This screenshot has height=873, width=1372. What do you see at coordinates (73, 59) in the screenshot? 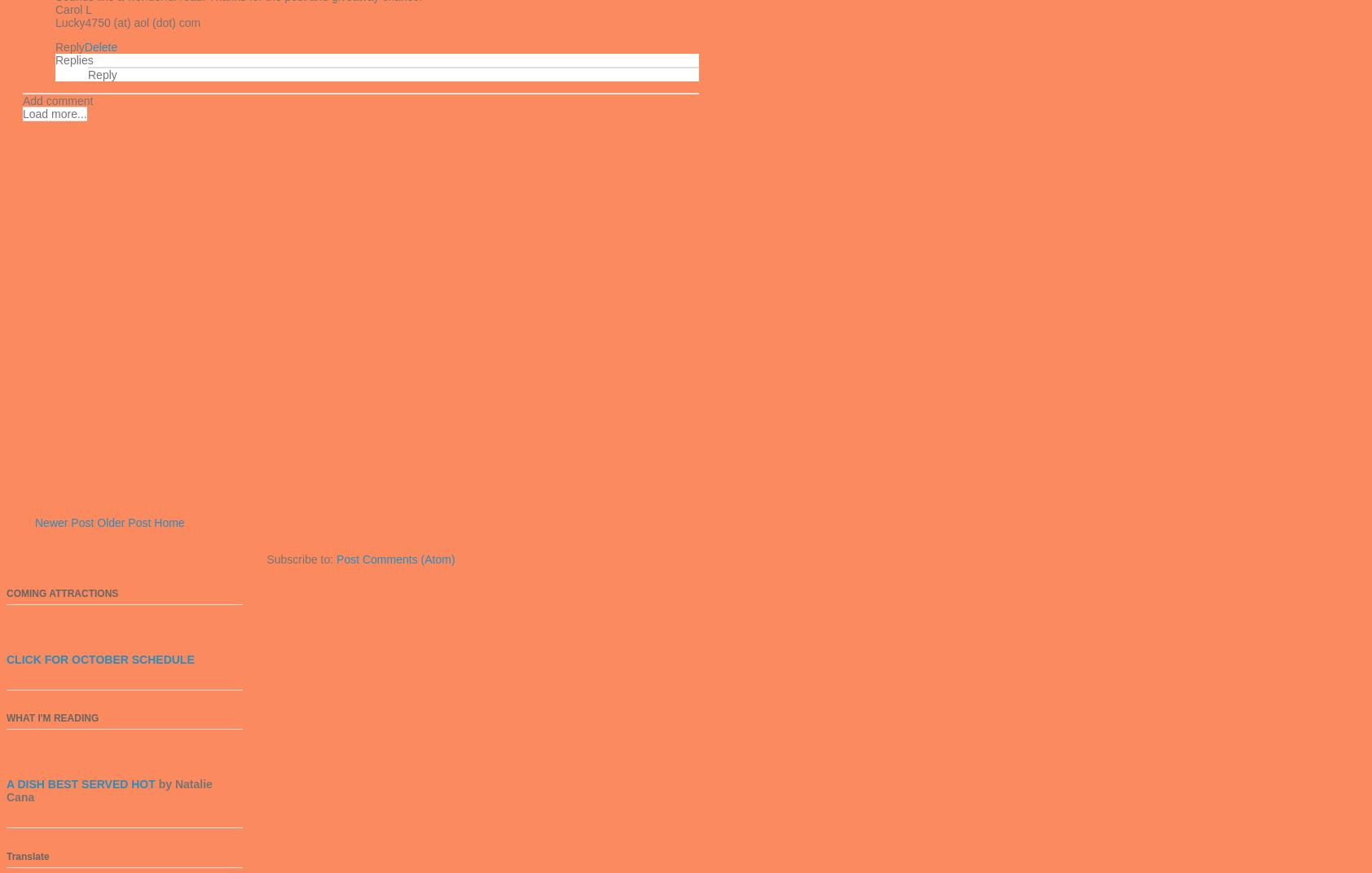
I see `'Replies'` at bounding box center [73, 59].